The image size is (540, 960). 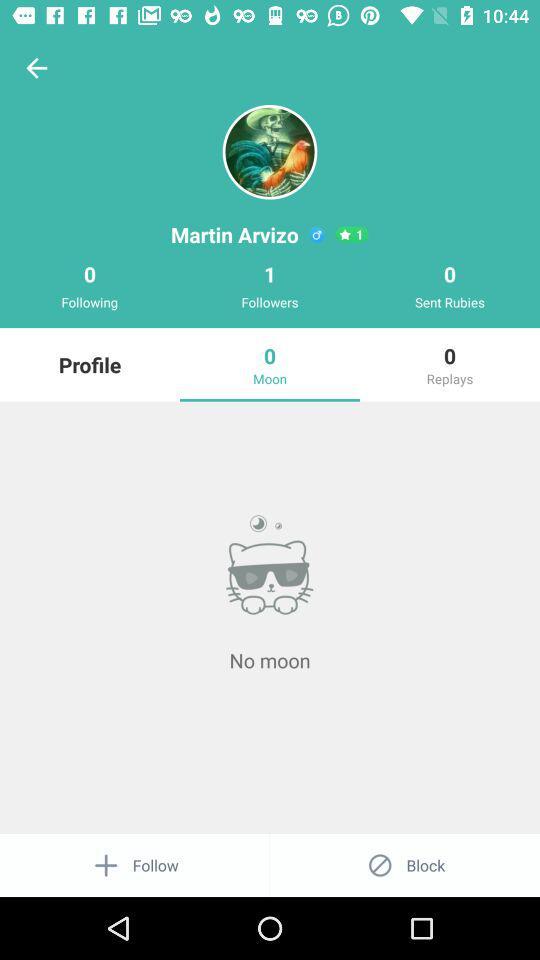 I want to click on the item above following icon, so click(x=36, y=68).